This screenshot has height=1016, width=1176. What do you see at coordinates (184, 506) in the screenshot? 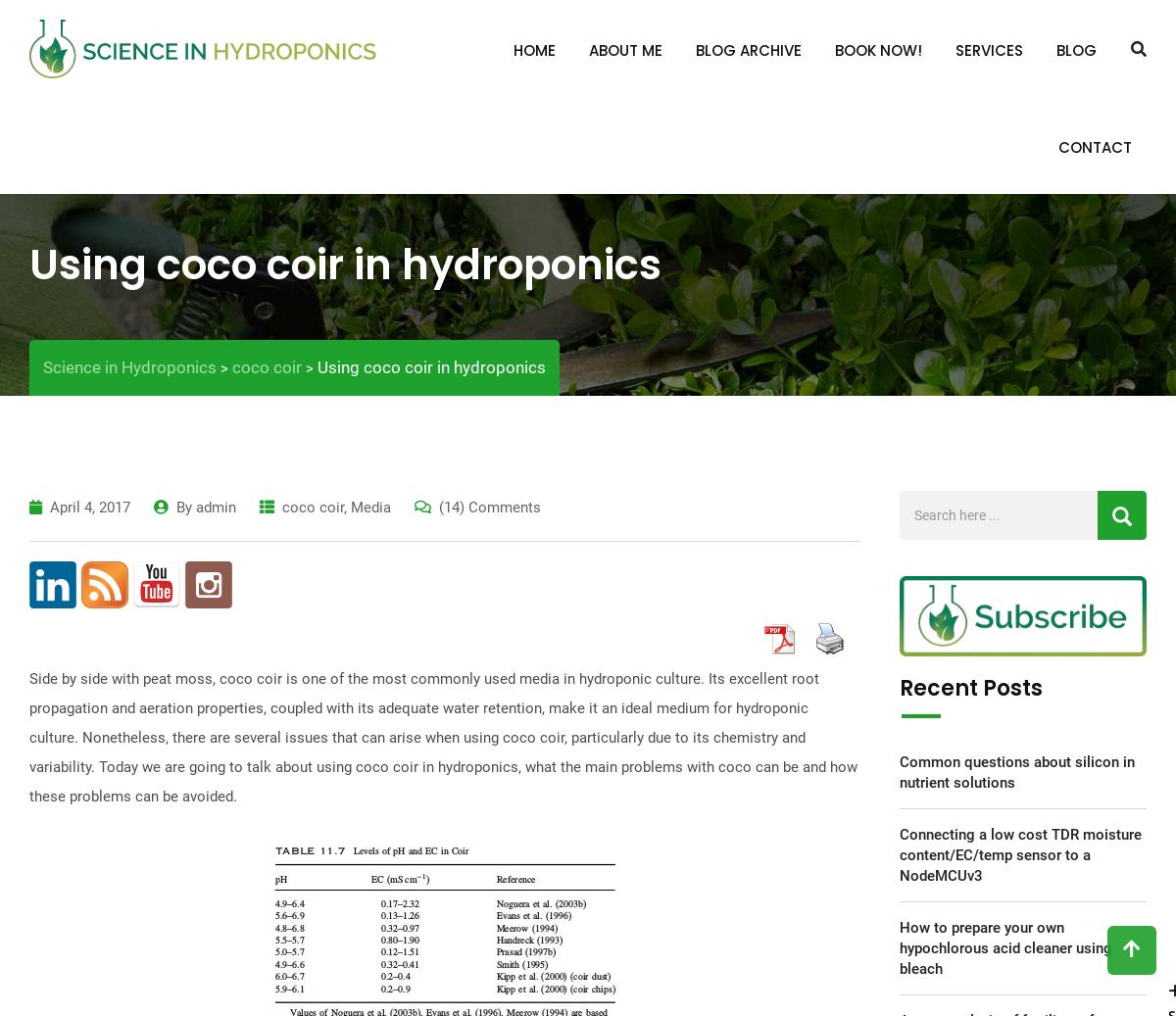
I see `'By'` at bounding box center [184, 506].